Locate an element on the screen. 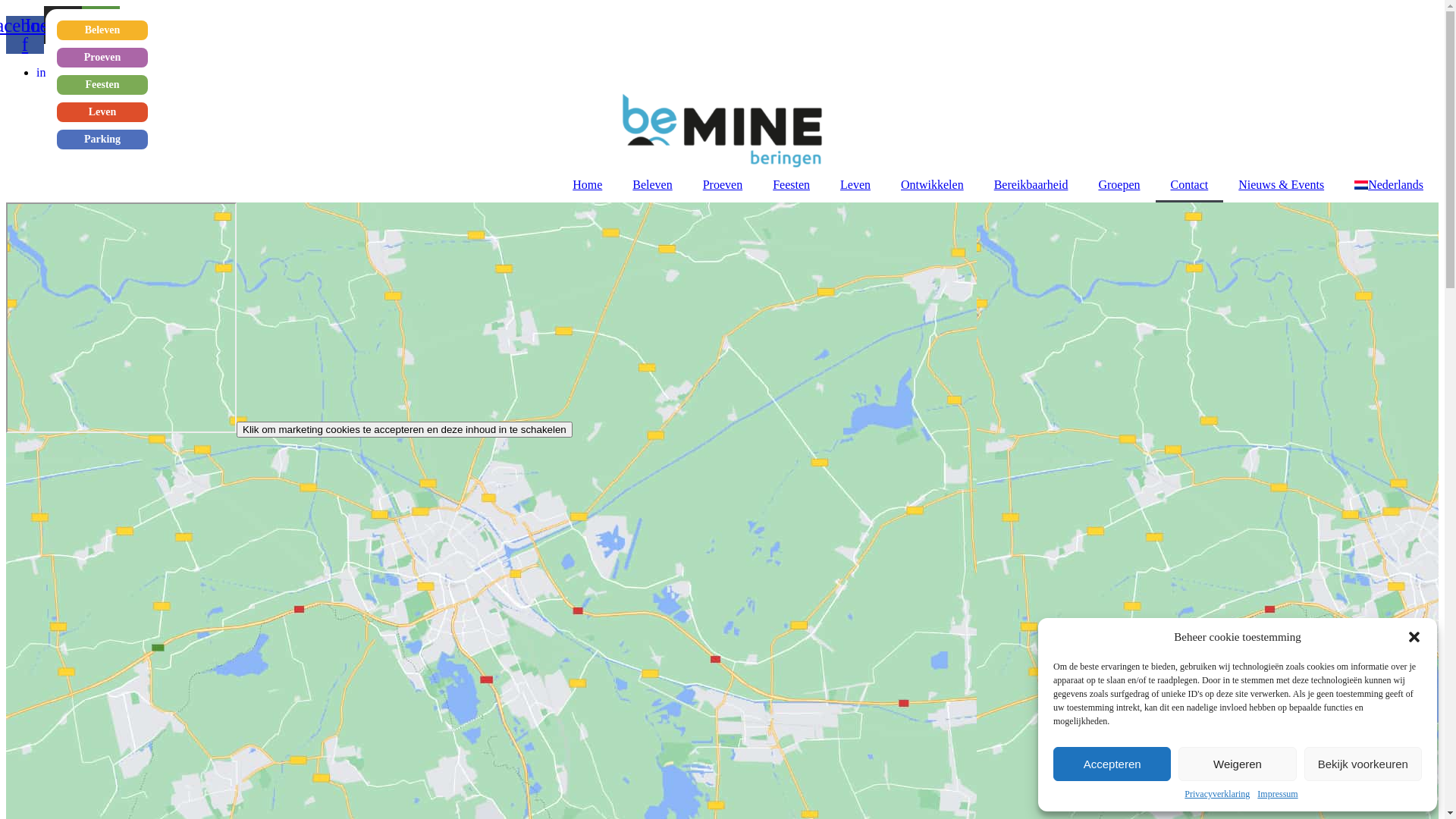 This screenshot has height=819, width=1456. 'beMine' is located at coordinates (120, 315).